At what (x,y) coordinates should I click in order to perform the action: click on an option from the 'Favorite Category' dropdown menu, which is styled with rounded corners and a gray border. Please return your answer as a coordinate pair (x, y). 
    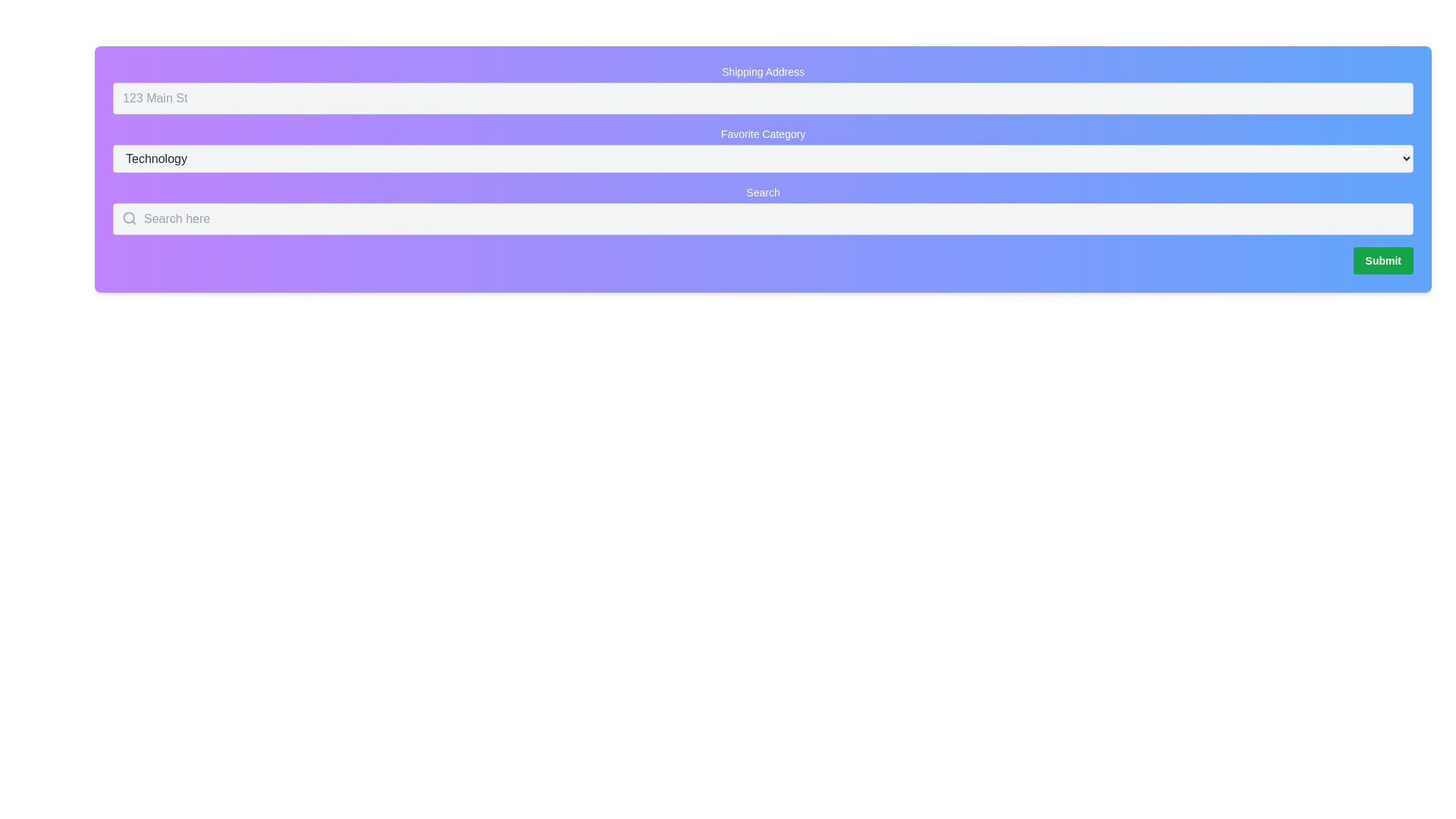
    Looking at the image, I should click on (763, 158).